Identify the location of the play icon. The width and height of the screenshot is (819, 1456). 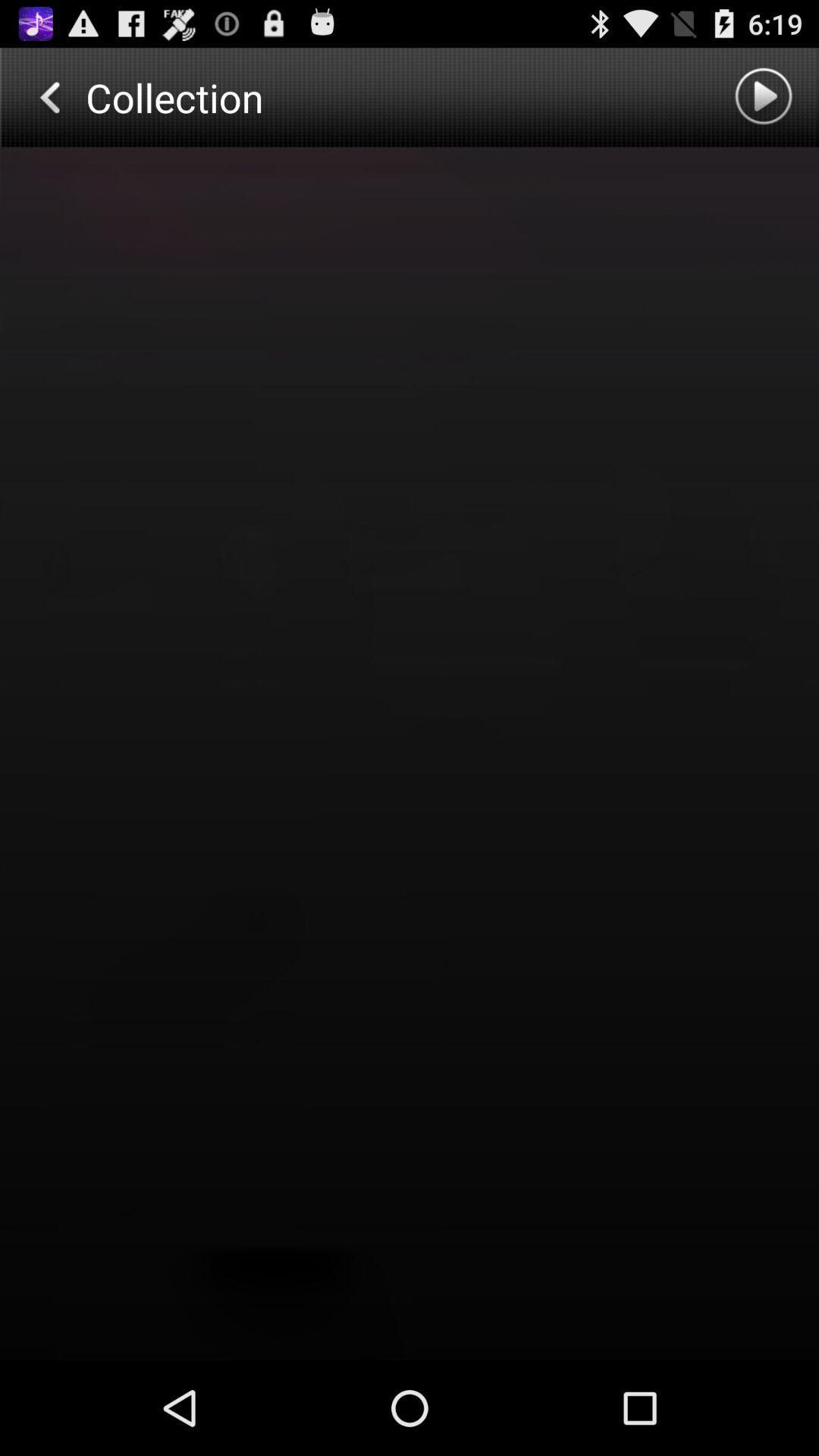
(765, 103).